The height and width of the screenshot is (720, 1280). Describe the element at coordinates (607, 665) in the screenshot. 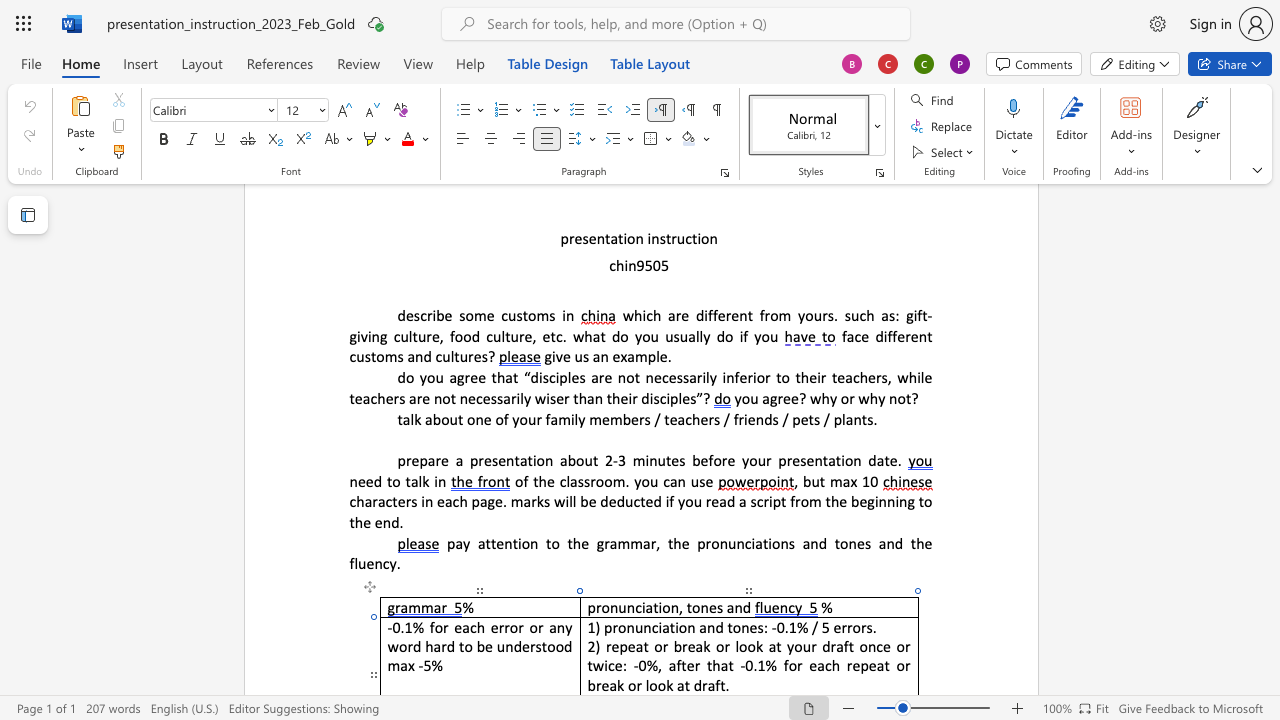

I see `the space between the continuous character "i" and "c" in the text` at that location.